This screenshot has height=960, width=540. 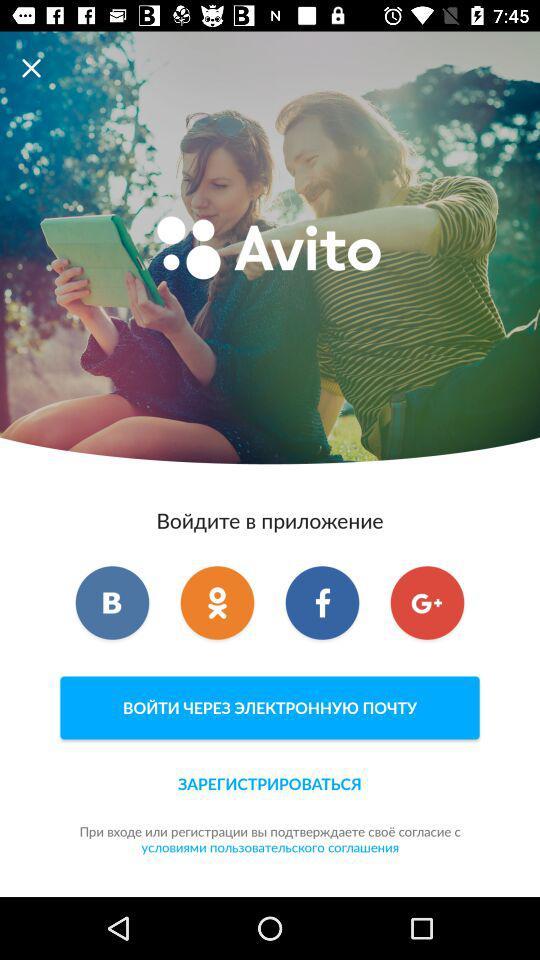 I want to click on item on the right, so click(x=426, y=601).